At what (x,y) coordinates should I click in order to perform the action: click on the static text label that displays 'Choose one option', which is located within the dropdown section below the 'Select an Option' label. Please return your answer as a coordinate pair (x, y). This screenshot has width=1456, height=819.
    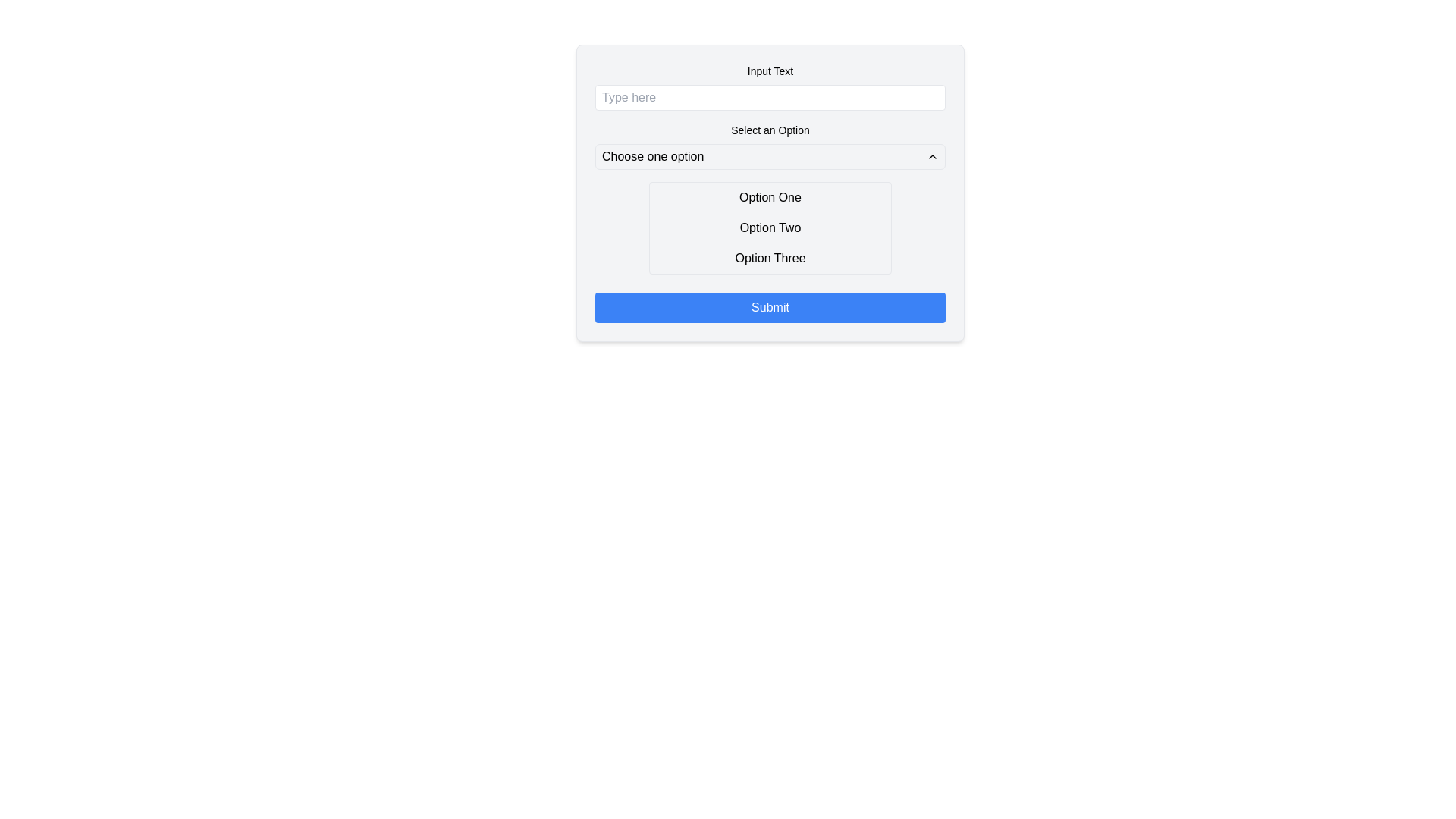
    Looking at the image, I should click on (653, 157).